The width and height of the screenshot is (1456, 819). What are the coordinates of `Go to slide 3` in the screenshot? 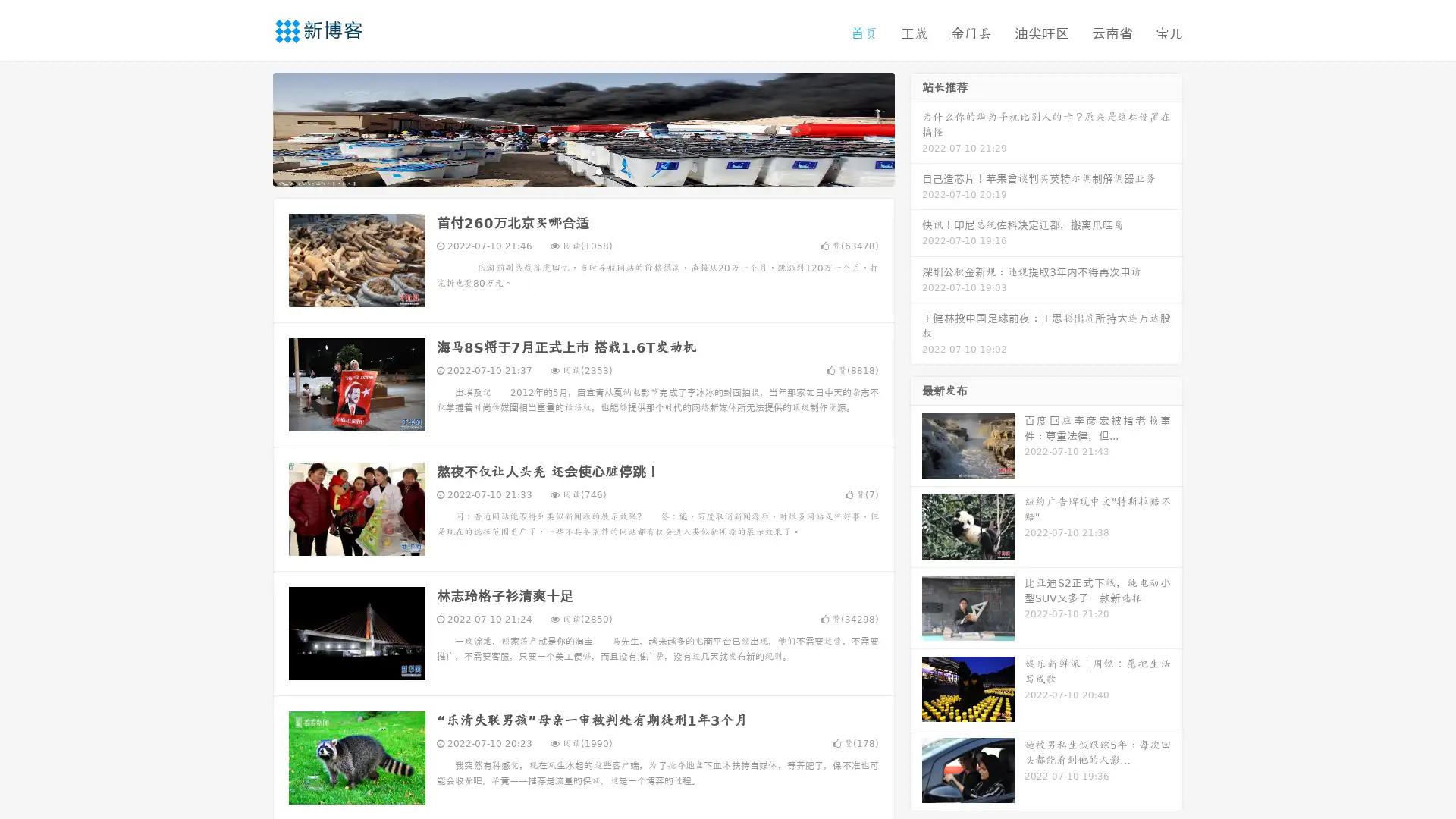 It's located at (598, 171).